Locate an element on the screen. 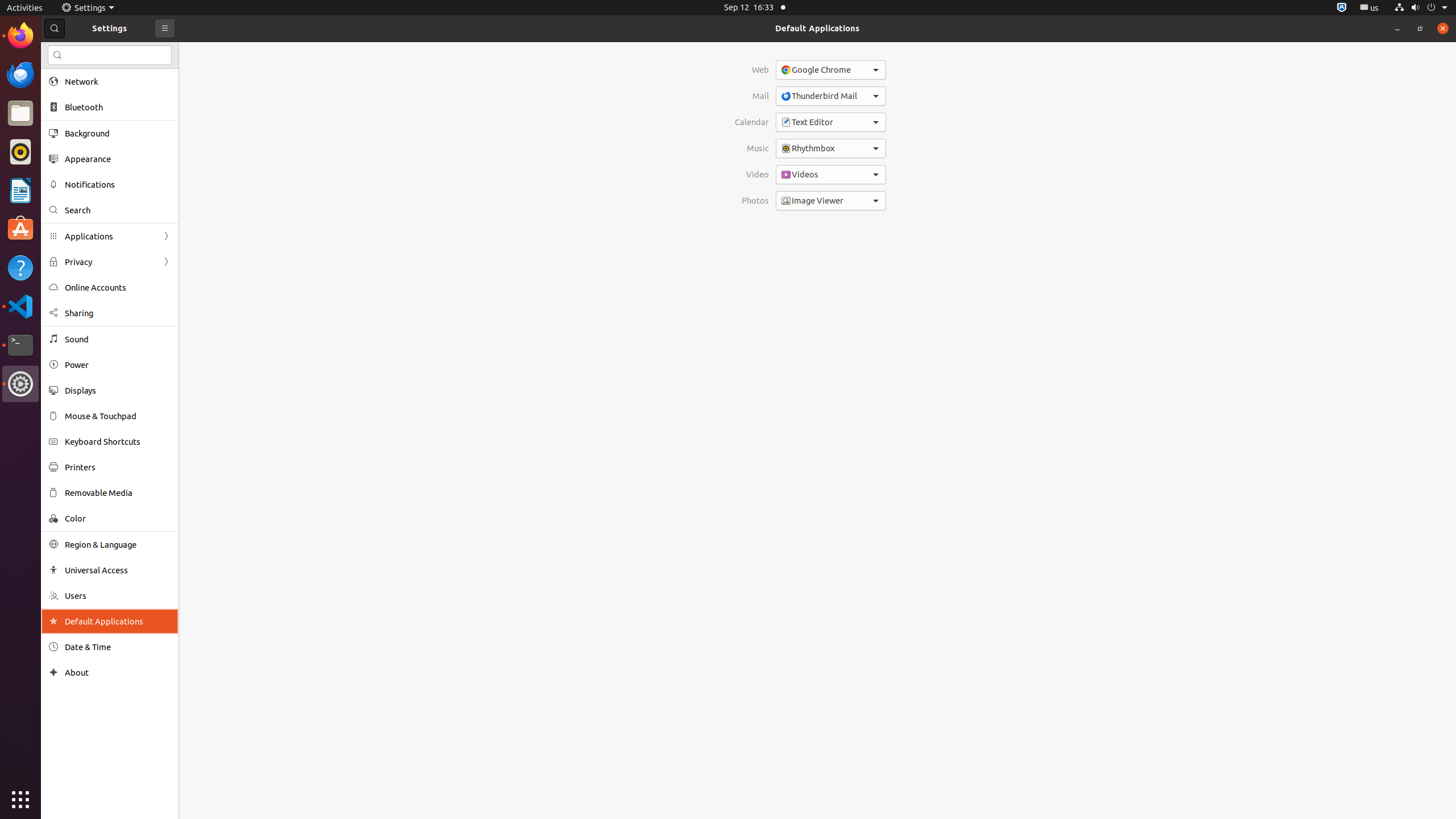 The image size is (1456, 819). 'Sound' is located at coordinates (118, 338).